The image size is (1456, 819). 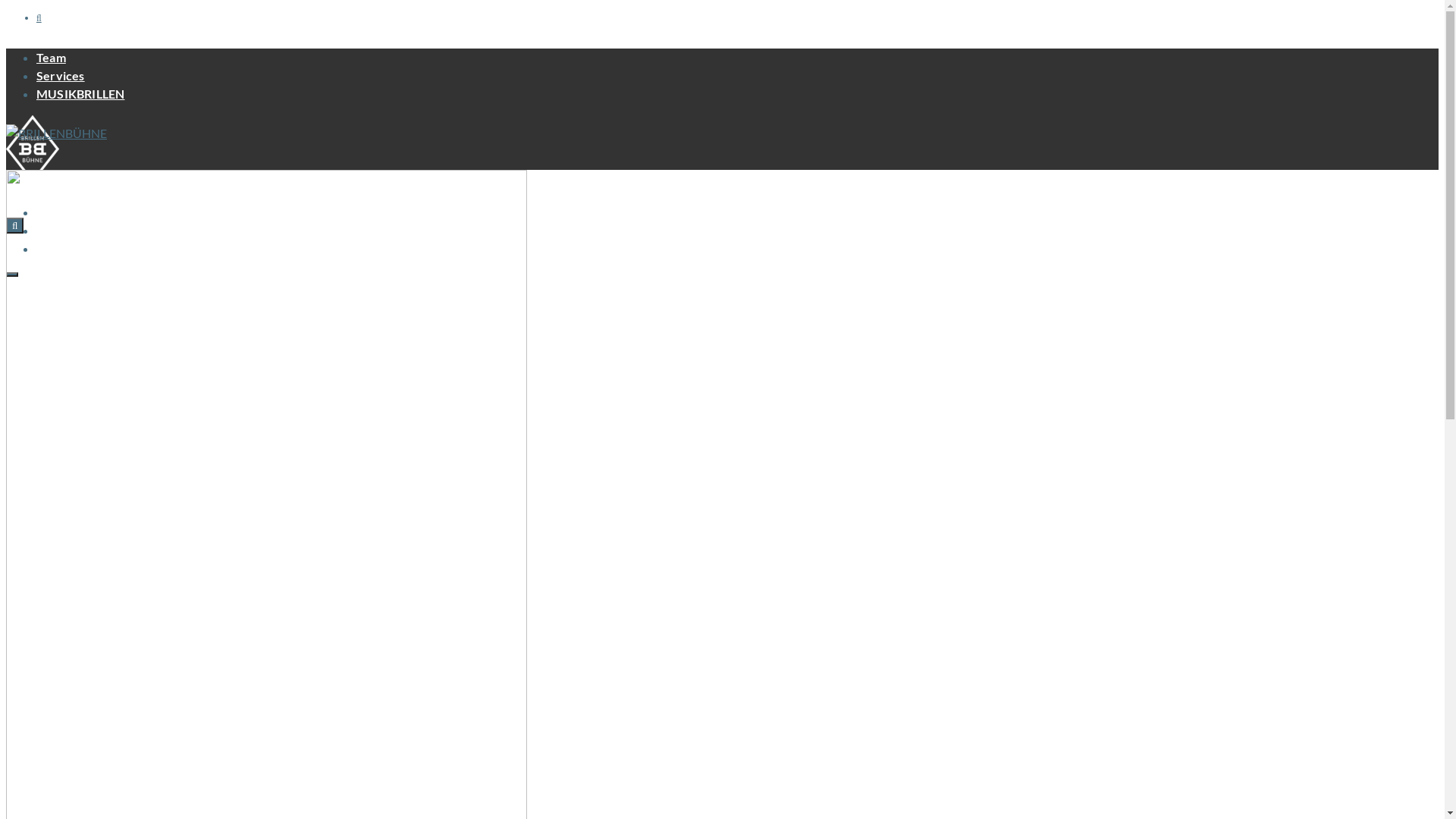 I want to click on 'Styles', so click(x=36, y=247).